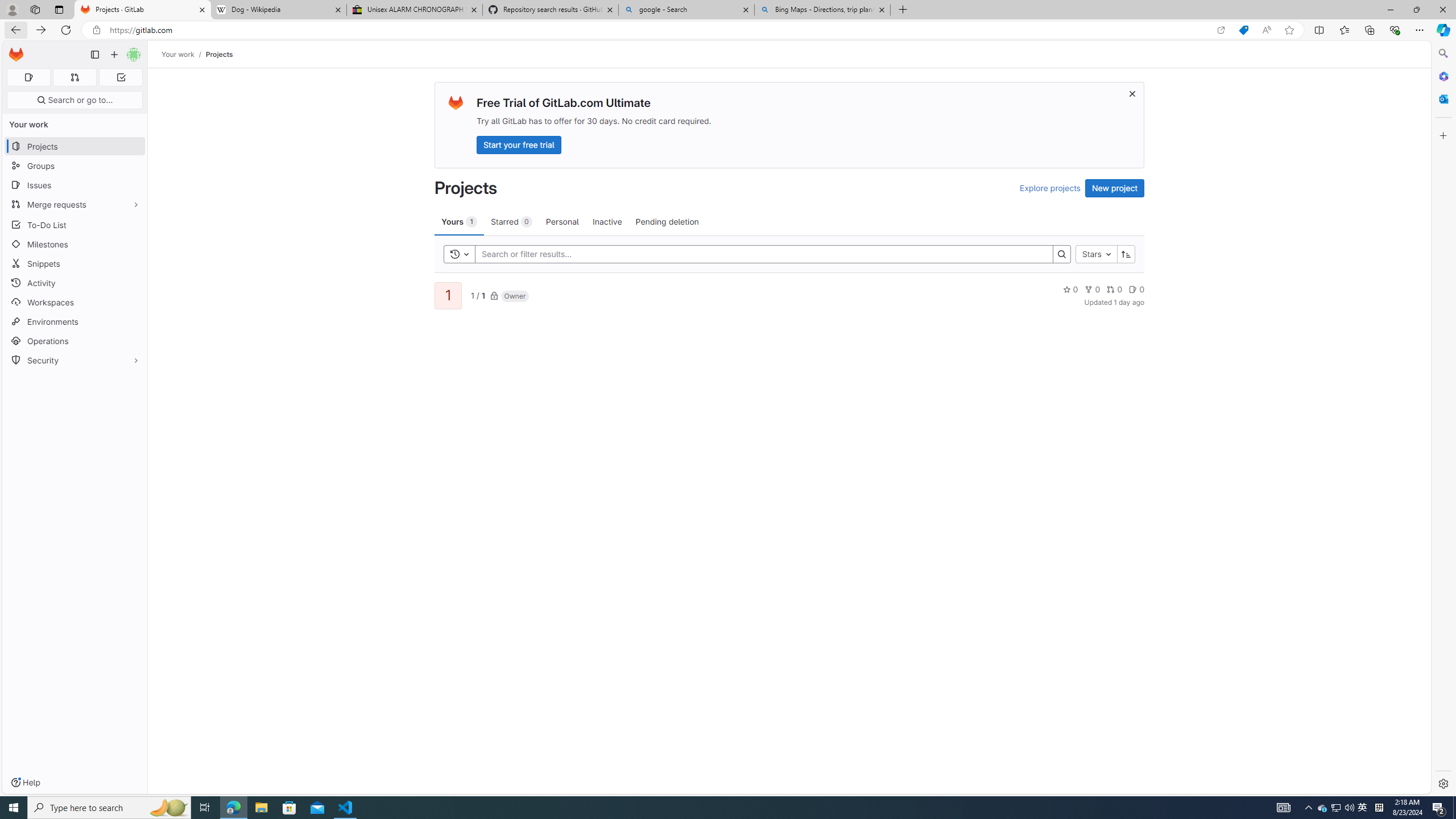  What do you see at coordinates (1220, 30) in the screenshot?
I see `'Open in app'` at bounding box center [1220, 30].